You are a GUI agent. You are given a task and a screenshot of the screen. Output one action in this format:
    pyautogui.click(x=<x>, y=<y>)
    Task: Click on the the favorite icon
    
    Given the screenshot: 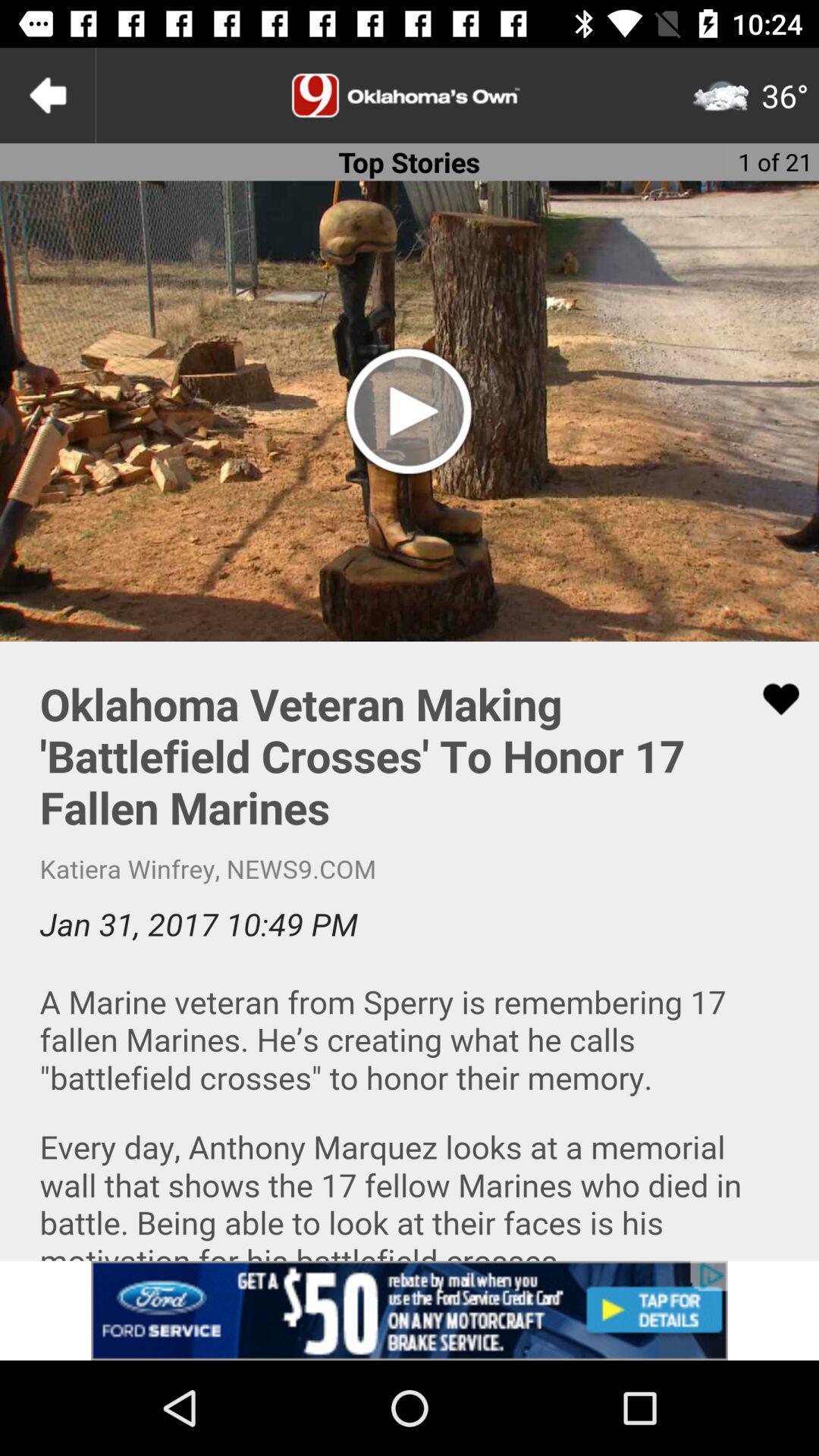 What is the action you would take?
    pyautogui.click(x=771, y=698)
    